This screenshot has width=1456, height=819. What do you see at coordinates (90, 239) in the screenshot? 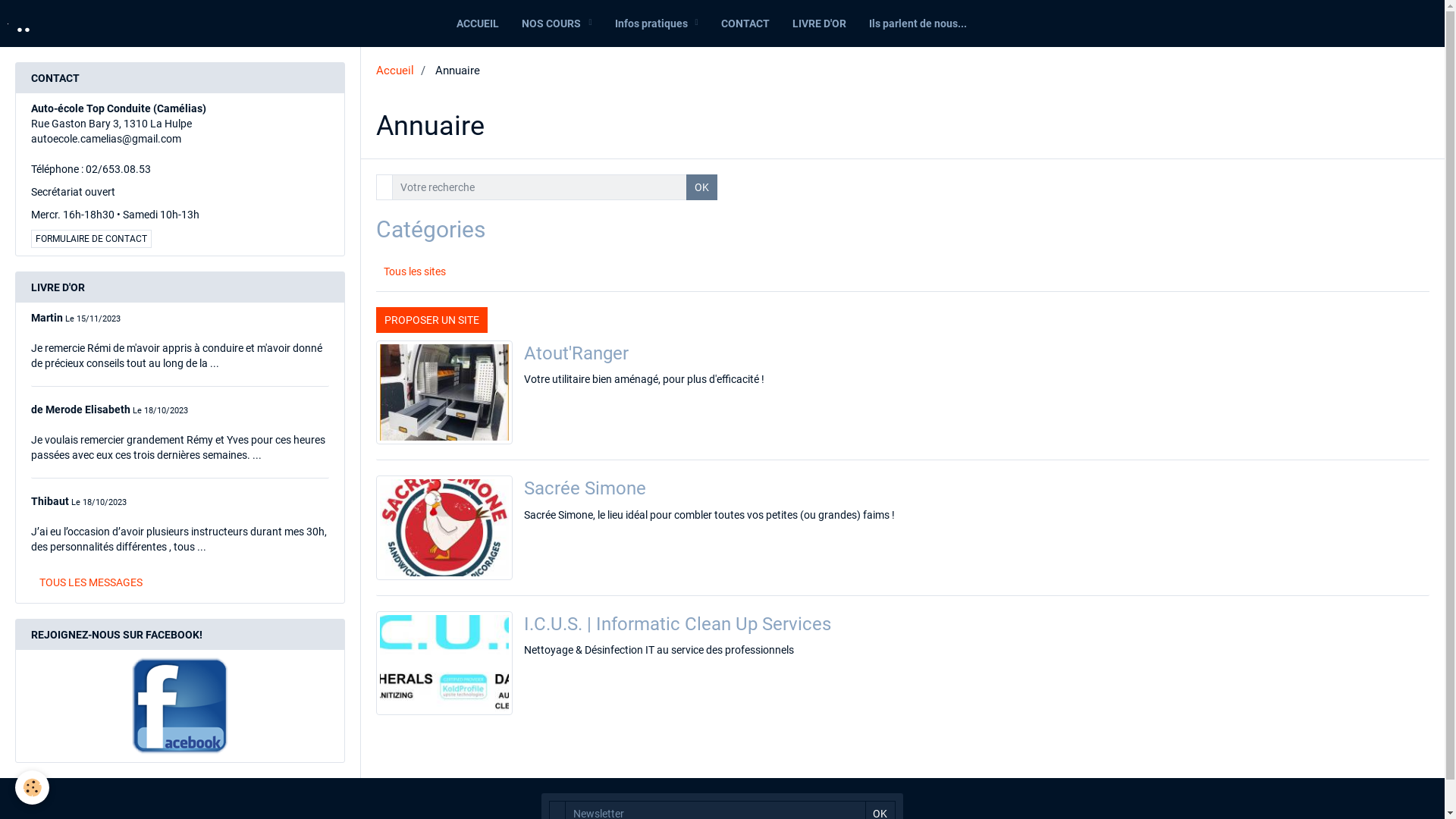
I see `'FORMULAIRE DE CONTACT'` at bounding box center [90, 239].